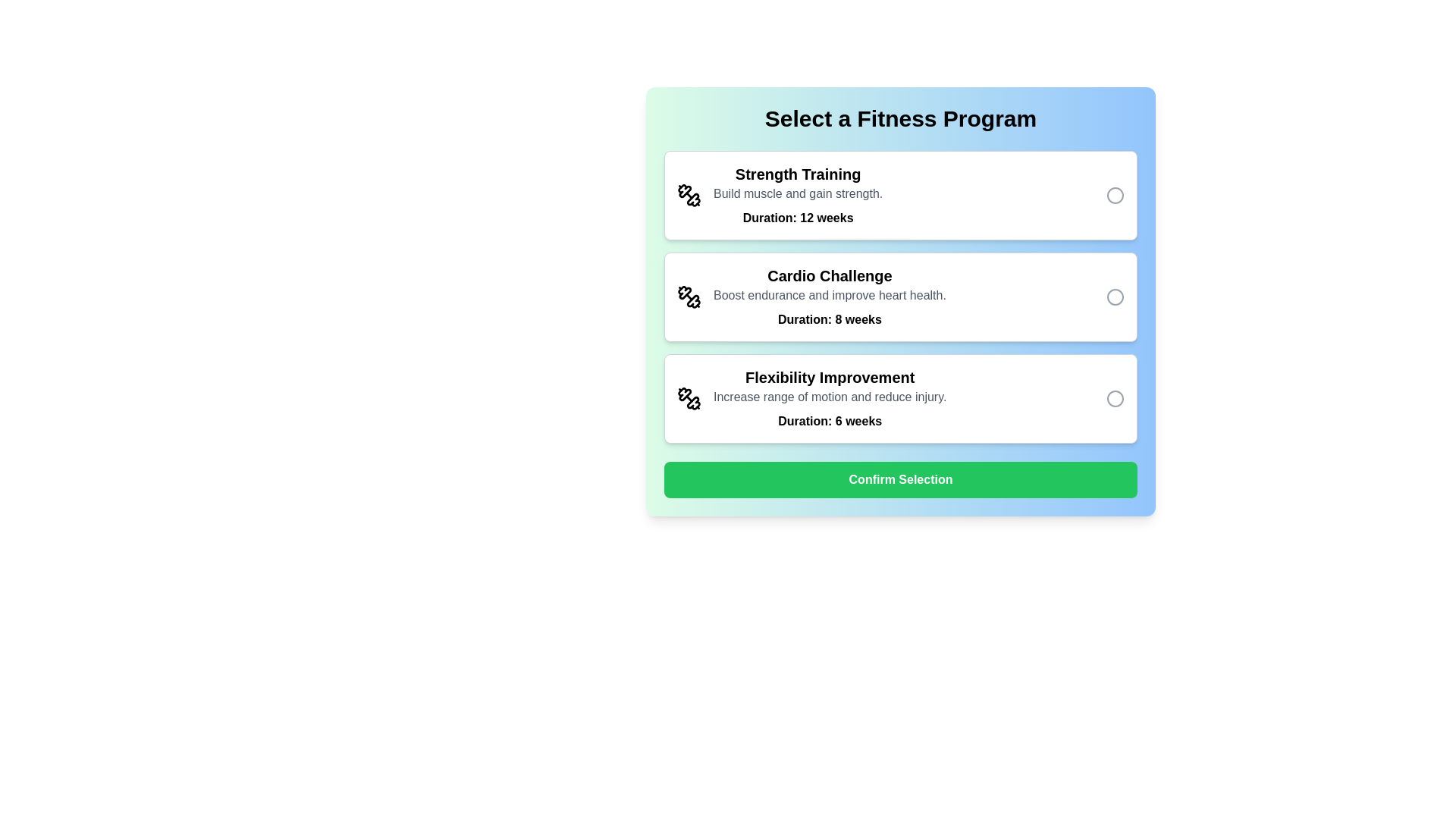  Describe the element at coordinates (1115, 195) in the screenshot. I see `the circular radio button indicator in the top-right part of the 'Strength Training' card` at that location.